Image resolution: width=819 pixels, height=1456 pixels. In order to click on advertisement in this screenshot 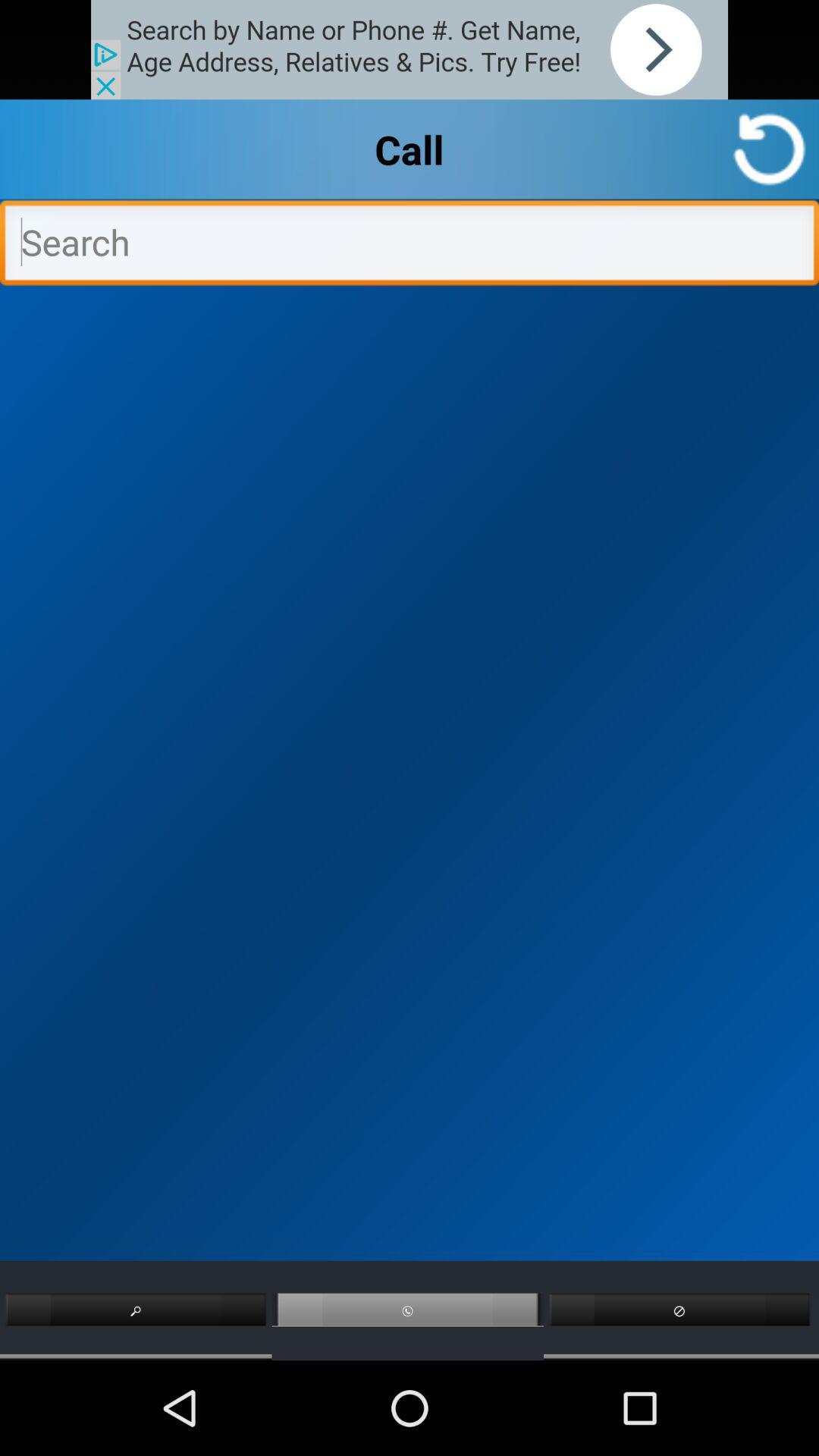, I will do `click(409, 49)`.